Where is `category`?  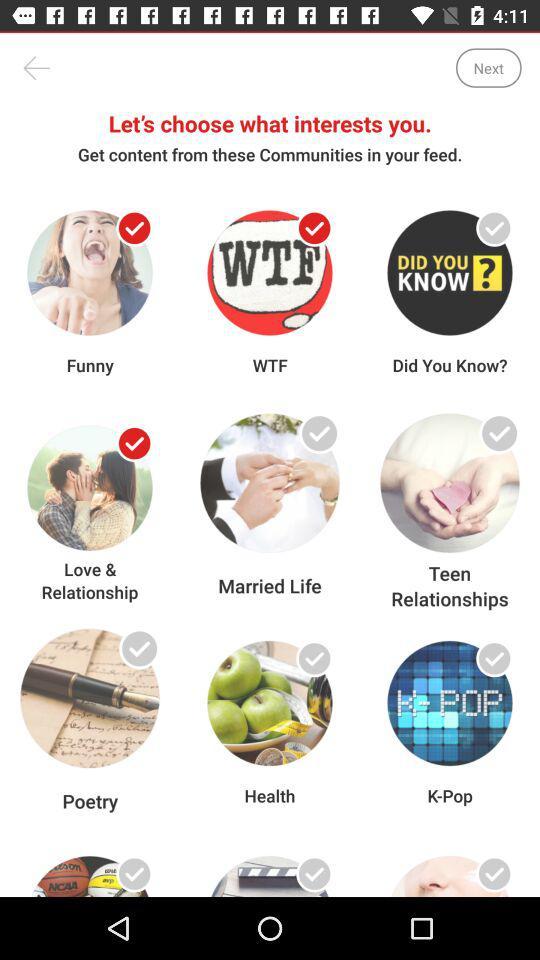 category is located at coordinates (493, 443).